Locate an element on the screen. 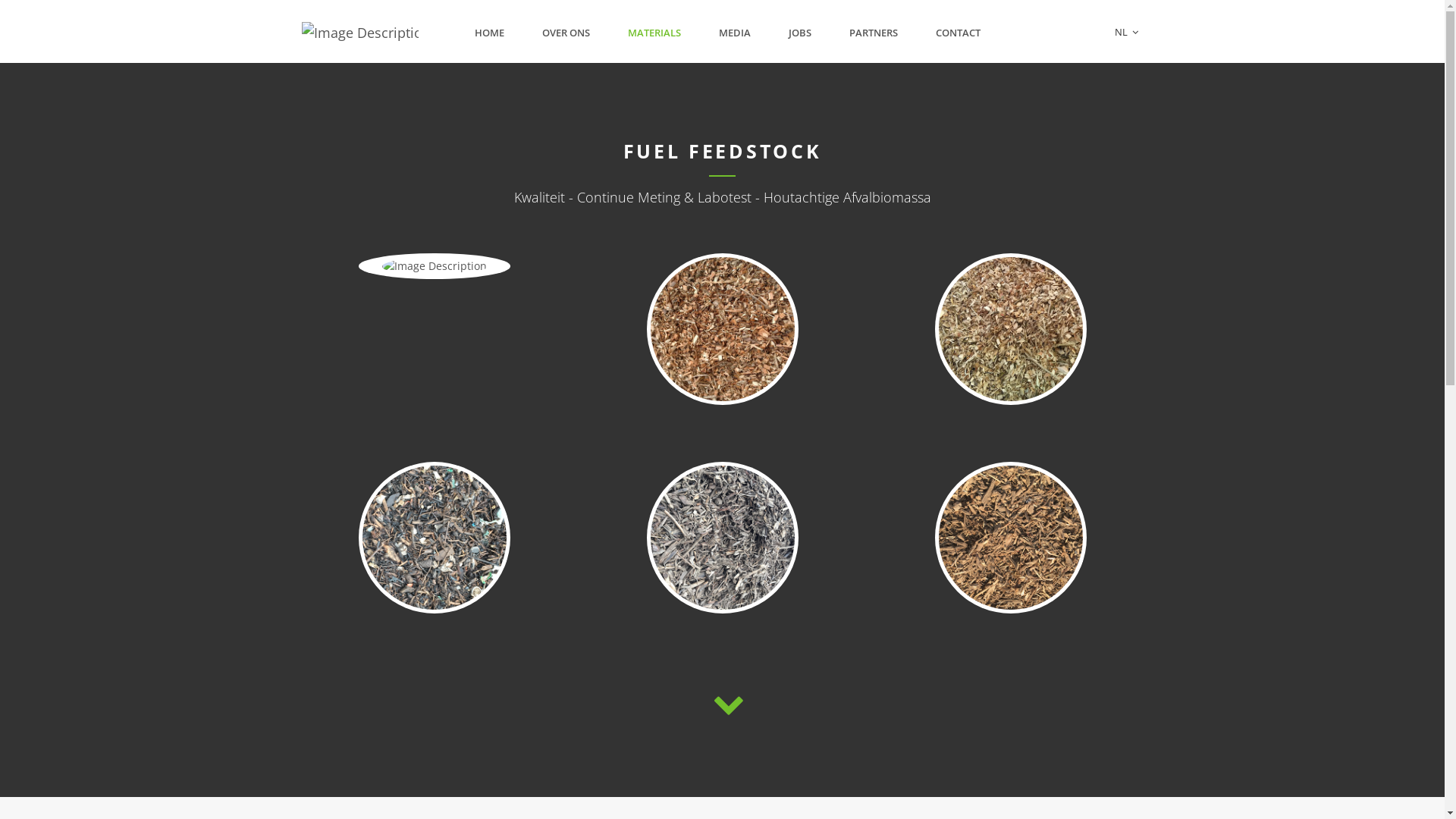  'OVER ONS' is located at coordinates (565, 33).